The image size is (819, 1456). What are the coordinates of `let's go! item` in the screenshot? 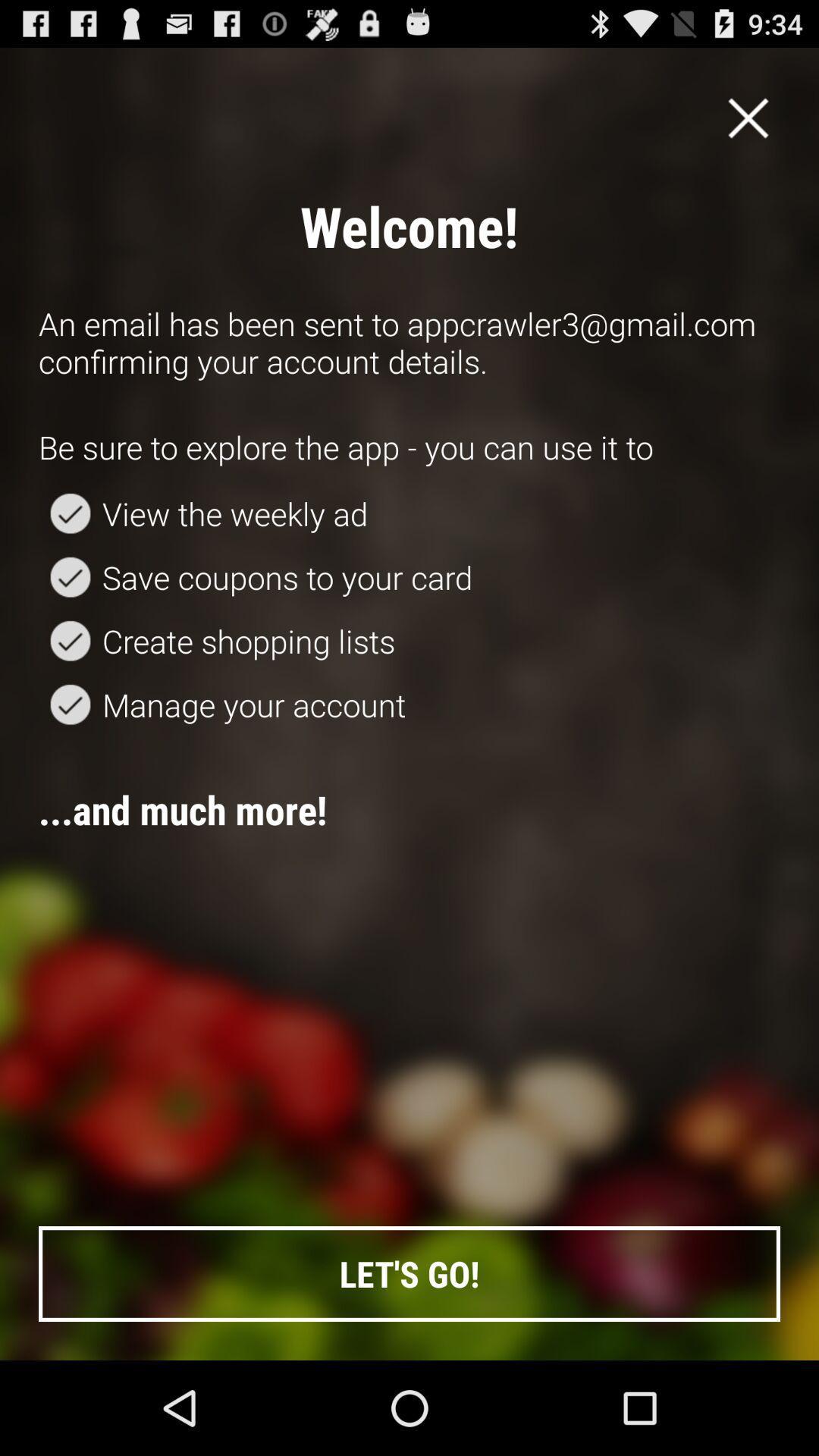 It's located at (409, 1274).